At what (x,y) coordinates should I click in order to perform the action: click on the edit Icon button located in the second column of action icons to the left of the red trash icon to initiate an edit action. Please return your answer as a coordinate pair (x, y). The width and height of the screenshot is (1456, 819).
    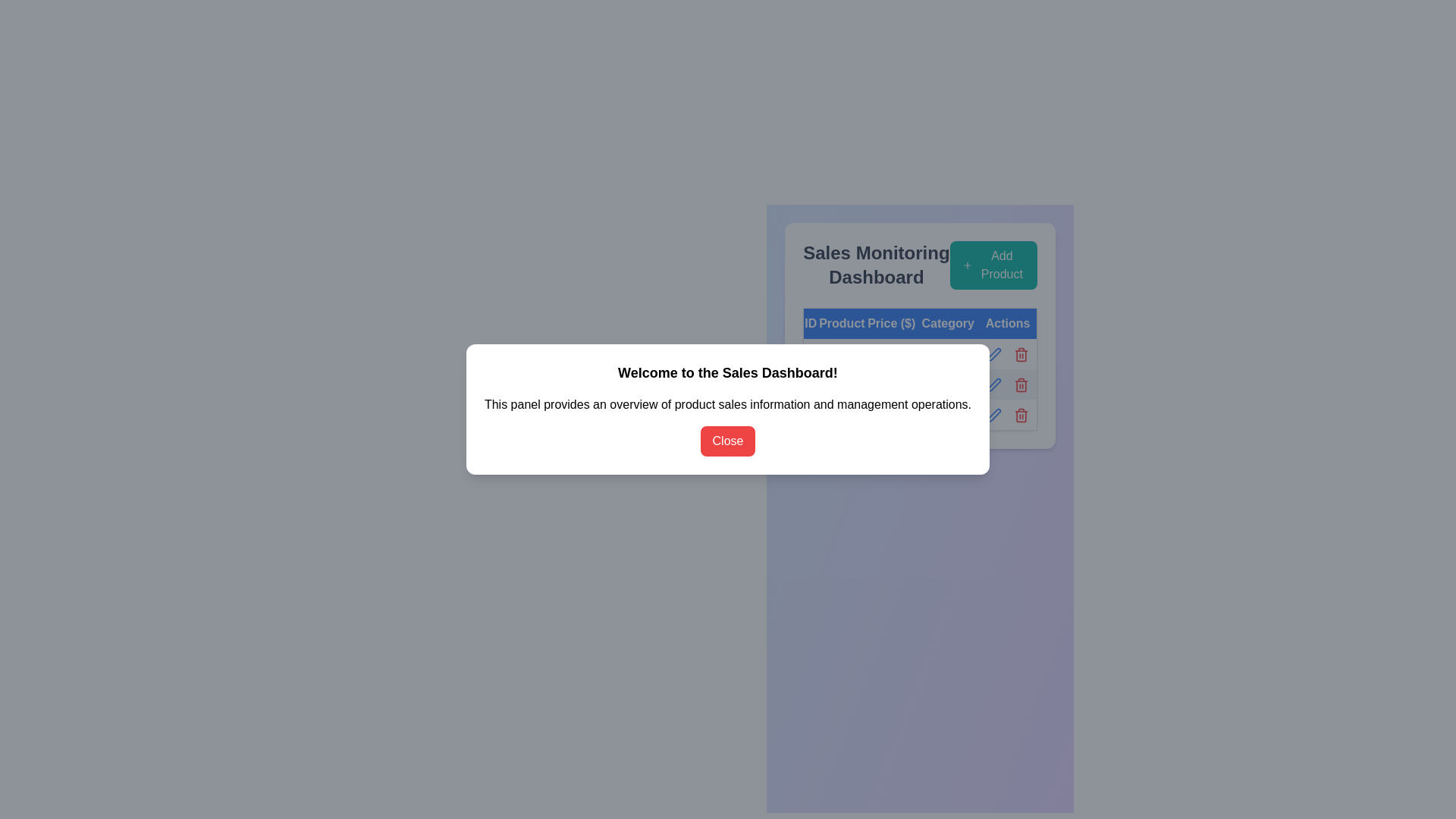
    Looking at the image, I should click on (993, 353).